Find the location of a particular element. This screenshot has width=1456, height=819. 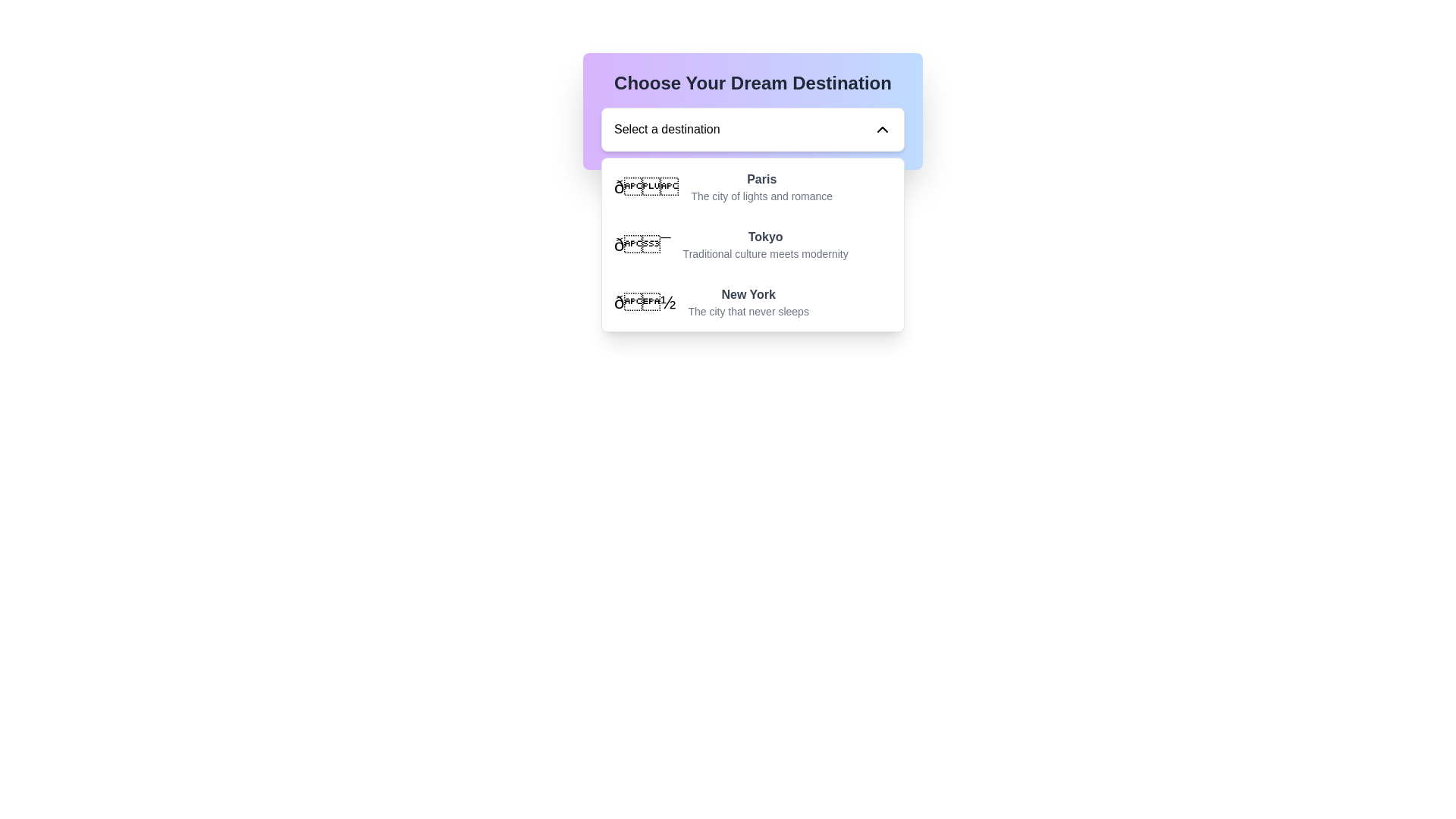

the label displaying 'New York' in bold sans-serif font located in the lower section of a dropdown list, positioned above the text 'The city that never sleeps' is located at coordinates (748, 295).